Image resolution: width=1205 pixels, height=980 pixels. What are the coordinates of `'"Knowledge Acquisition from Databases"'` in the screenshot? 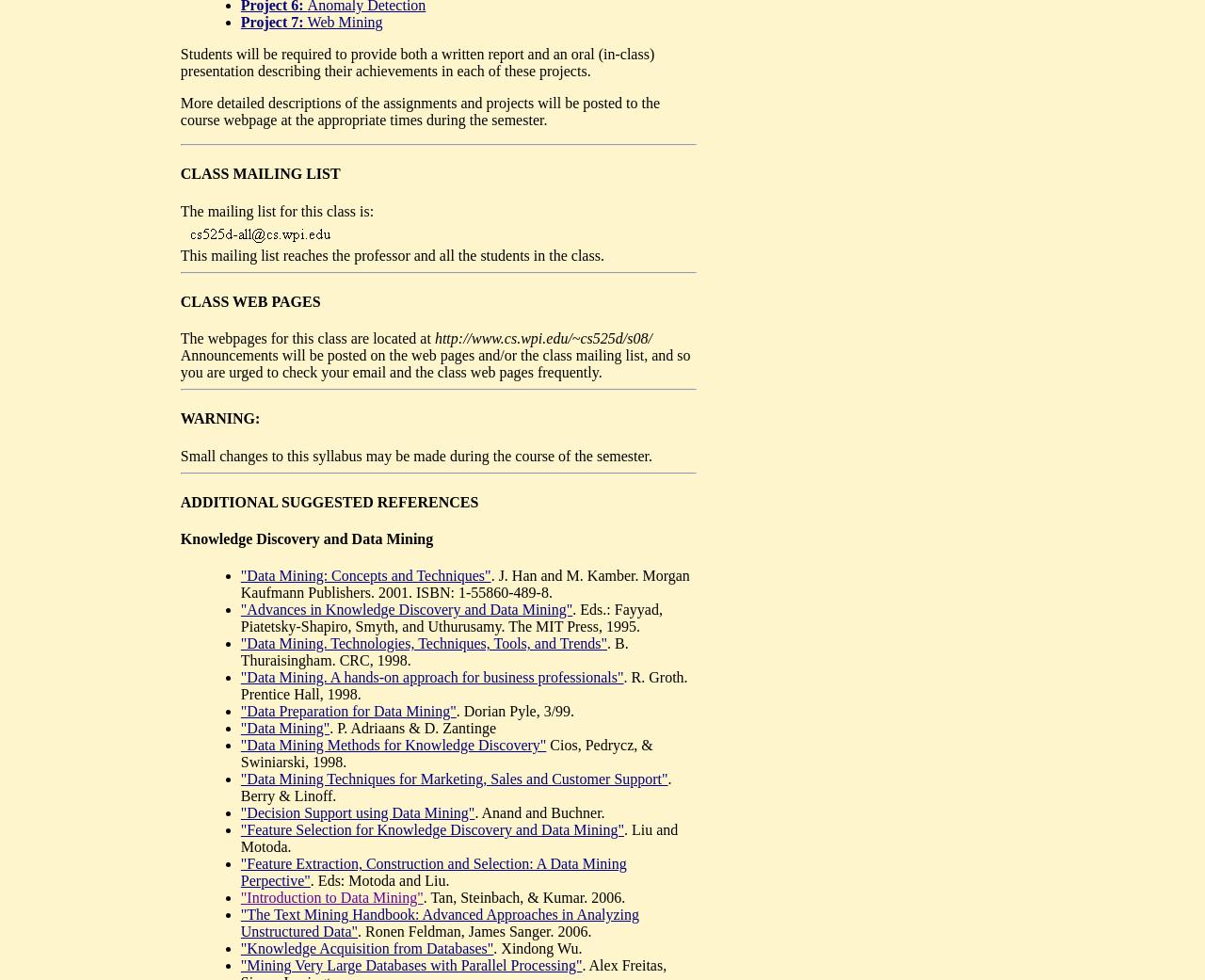 It's located at (366, 948).